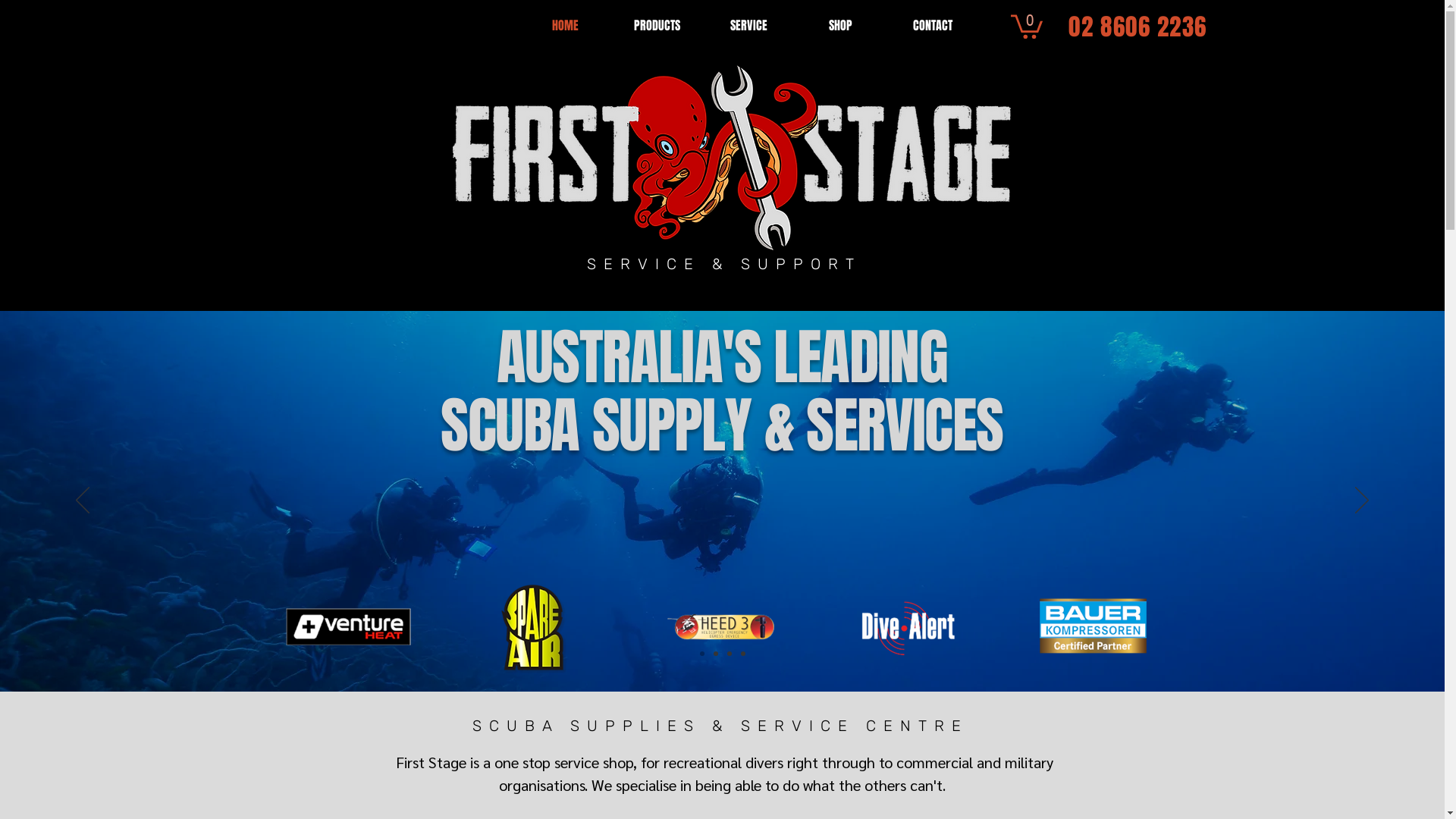  Describe the element at coordinates (657, 25) in the screenshot. I see `'PRODUCTS'` at that location.